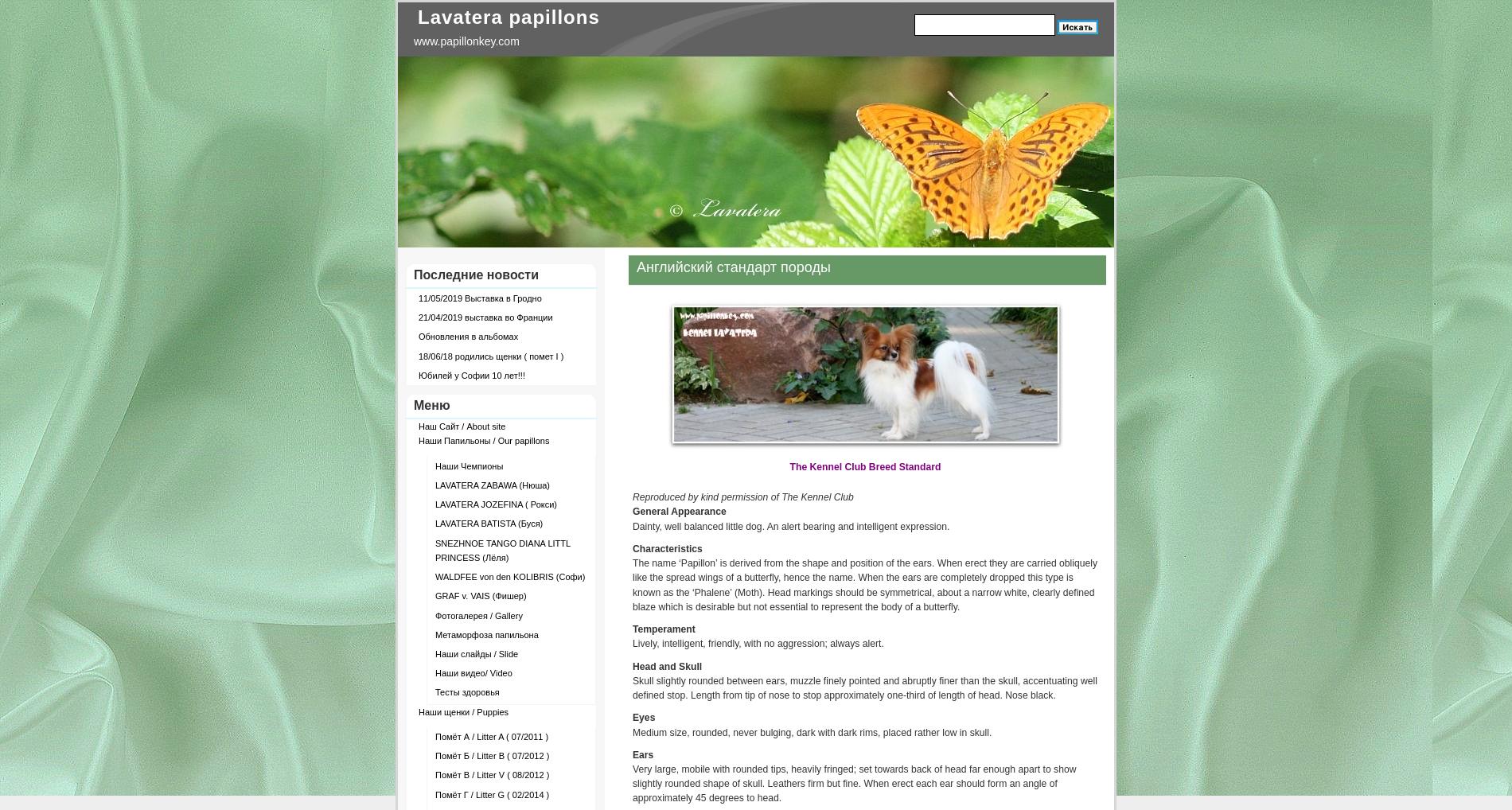  I want to click on 'Помёт А / Litter A ( 07/2011 )', so click(492, 734).